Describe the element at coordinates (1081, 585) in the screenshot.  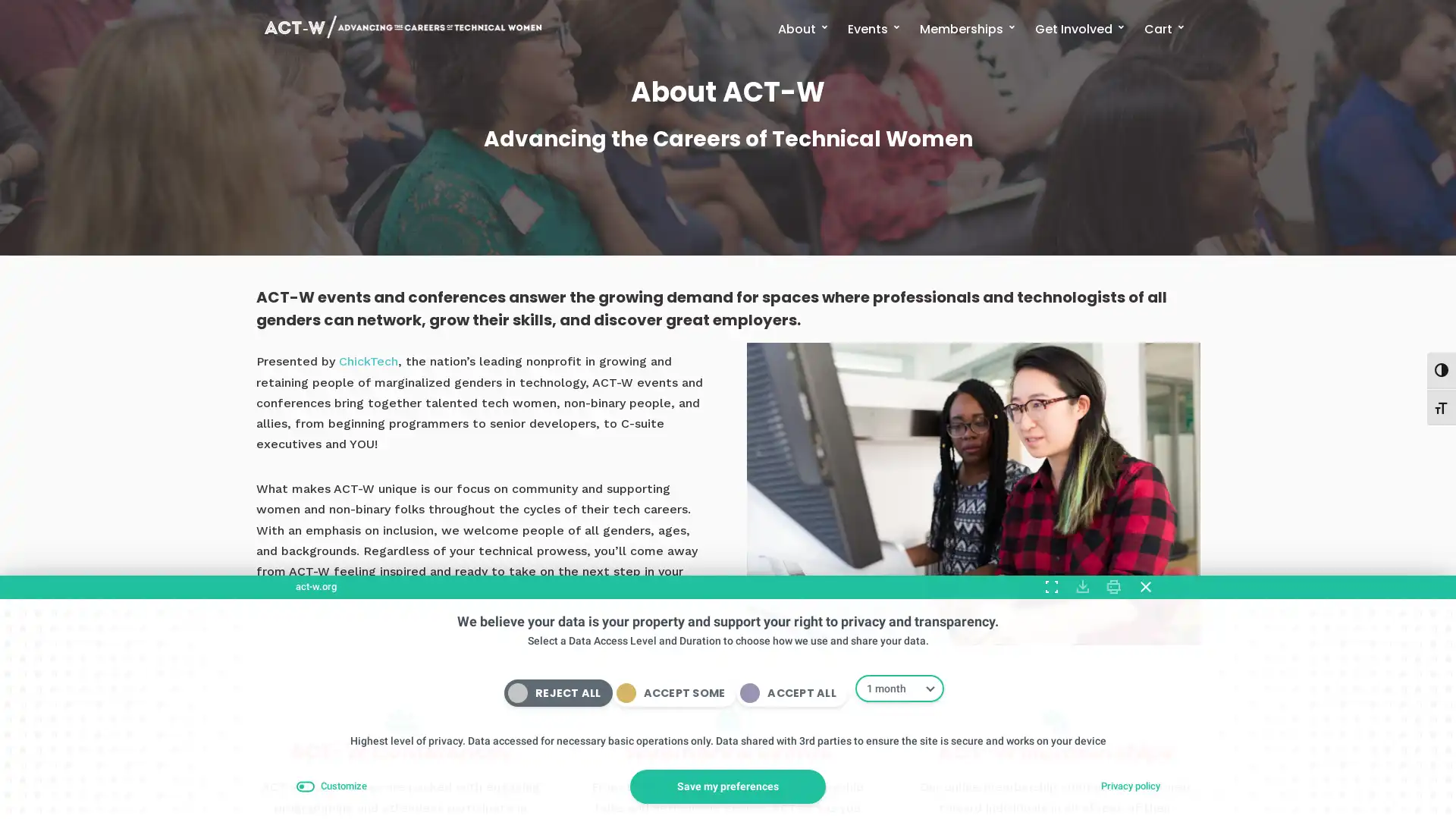
I see `Download Consent` at that location.